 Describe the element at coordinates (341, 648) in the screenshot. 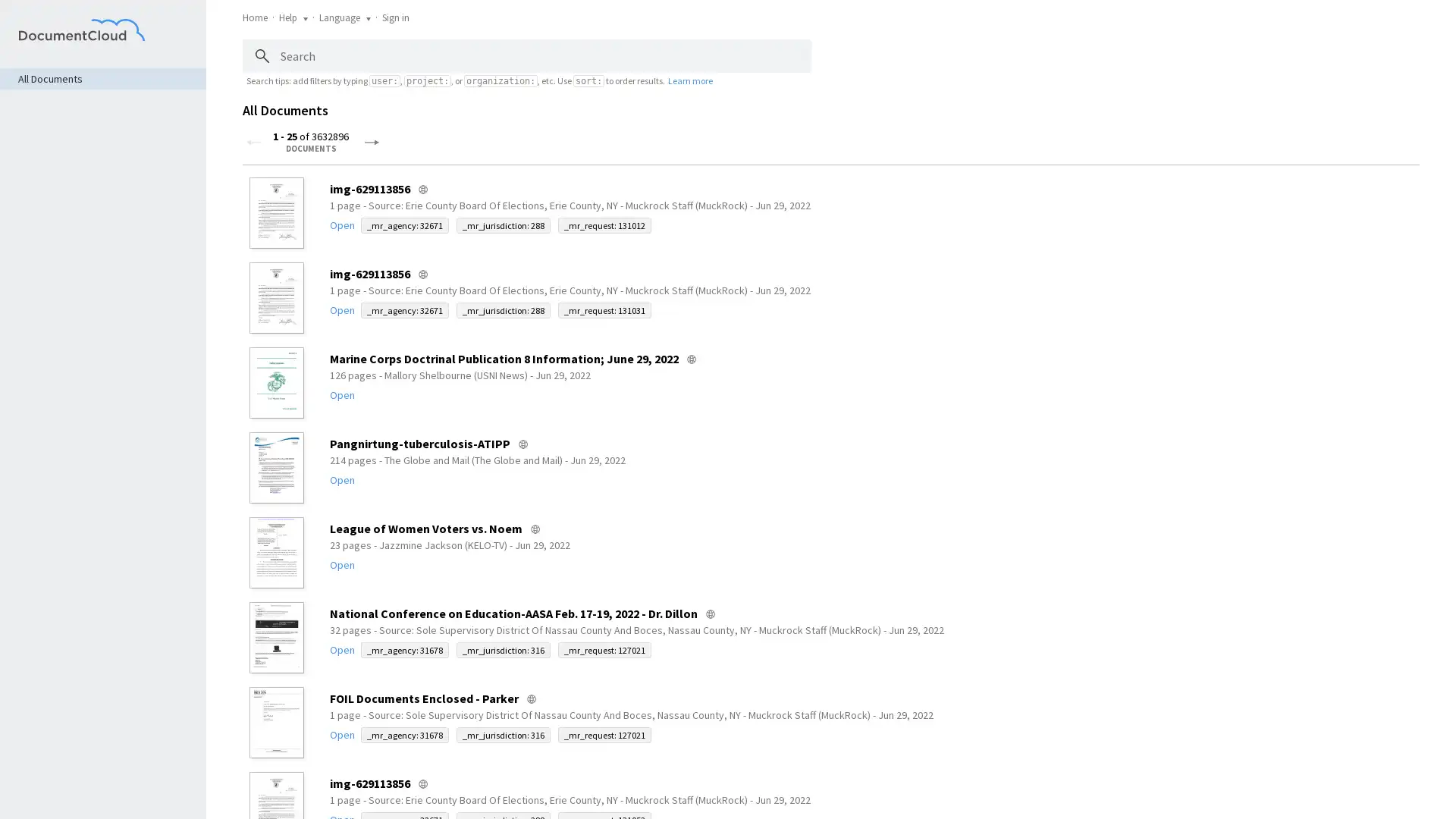

I see `Open` at that location.